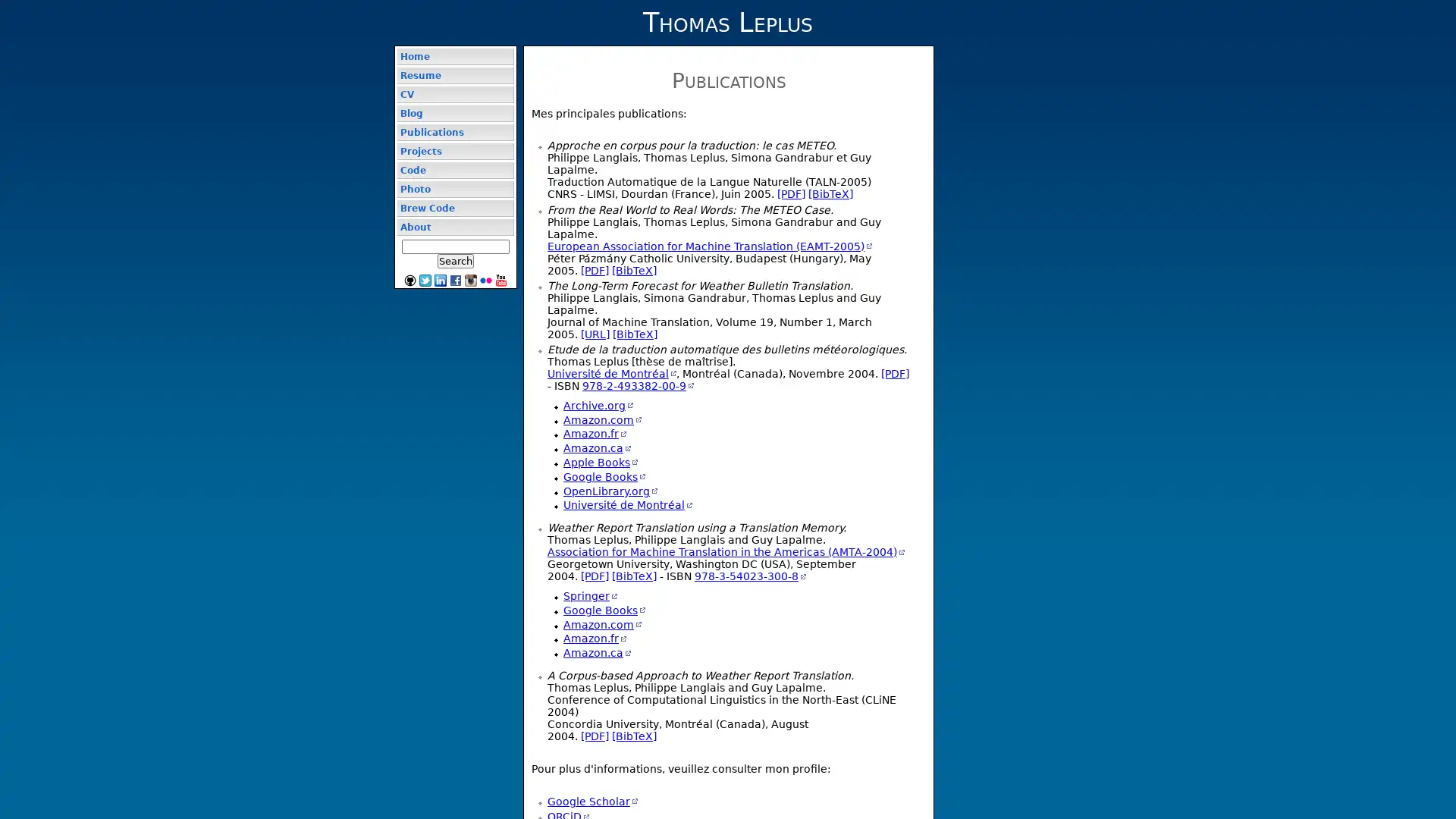  I want to click on Search, so click(454, 260).